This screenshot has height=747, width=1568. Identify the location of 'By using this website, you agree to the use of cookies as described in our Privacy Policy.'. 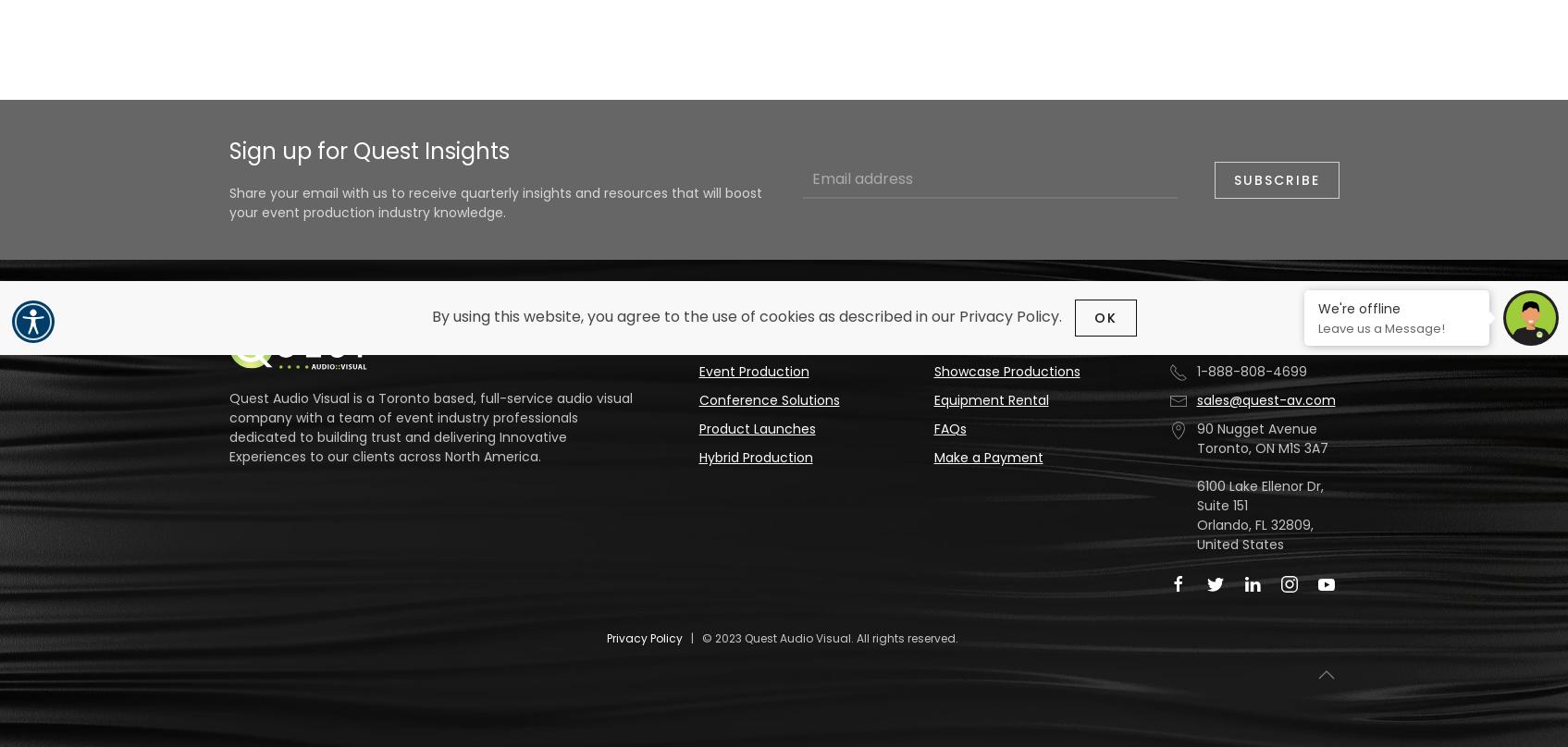
(747, 315).